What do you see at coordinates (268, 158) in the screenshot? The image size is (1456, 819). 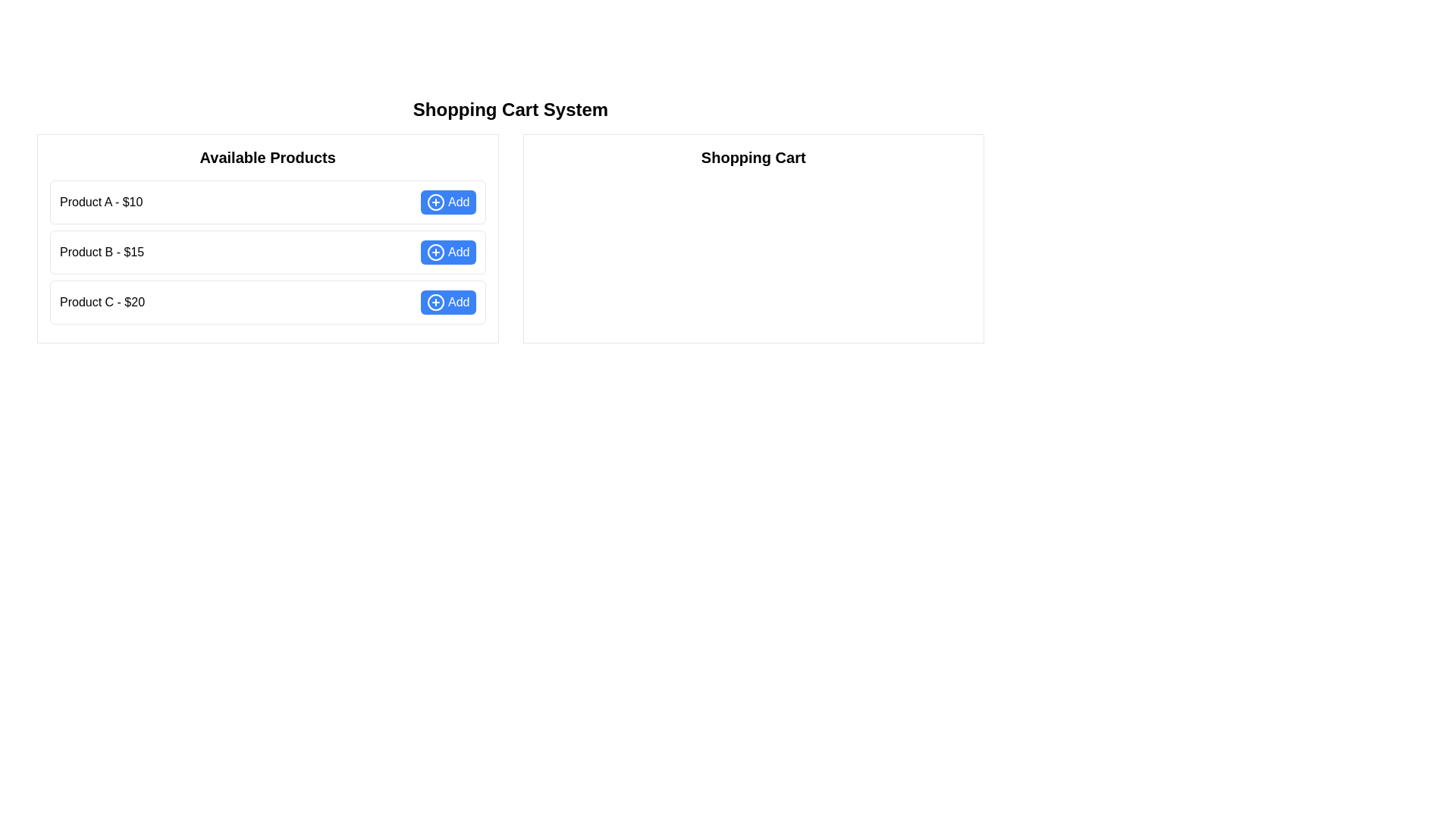 I see `the Text Label that serves as the heading for the products section, located at the top of the left segment of the interface` at bounding box center [268, 158].